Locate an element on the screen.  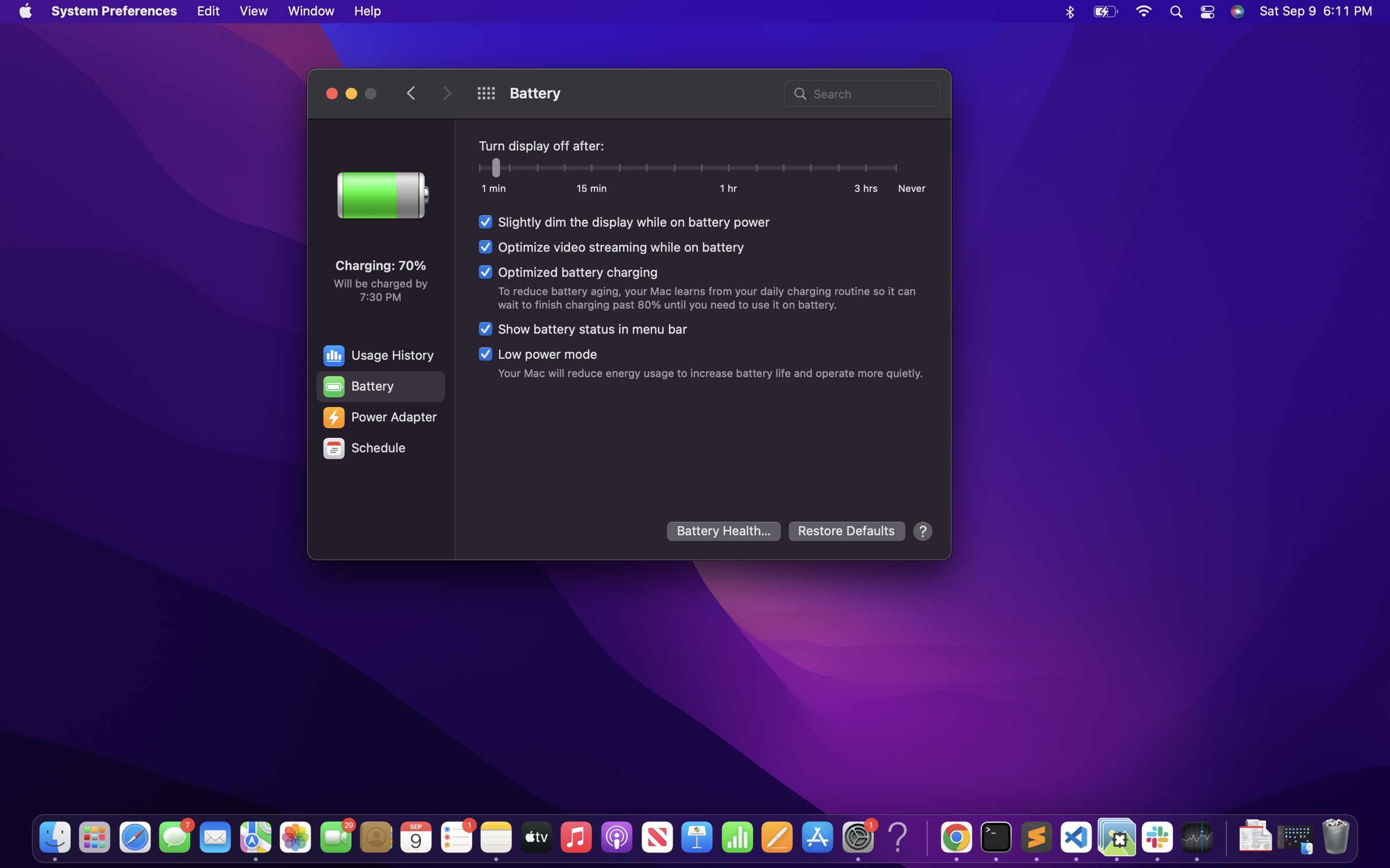
to never turn off the display after 1 hour is located at coordinates (729, 169).